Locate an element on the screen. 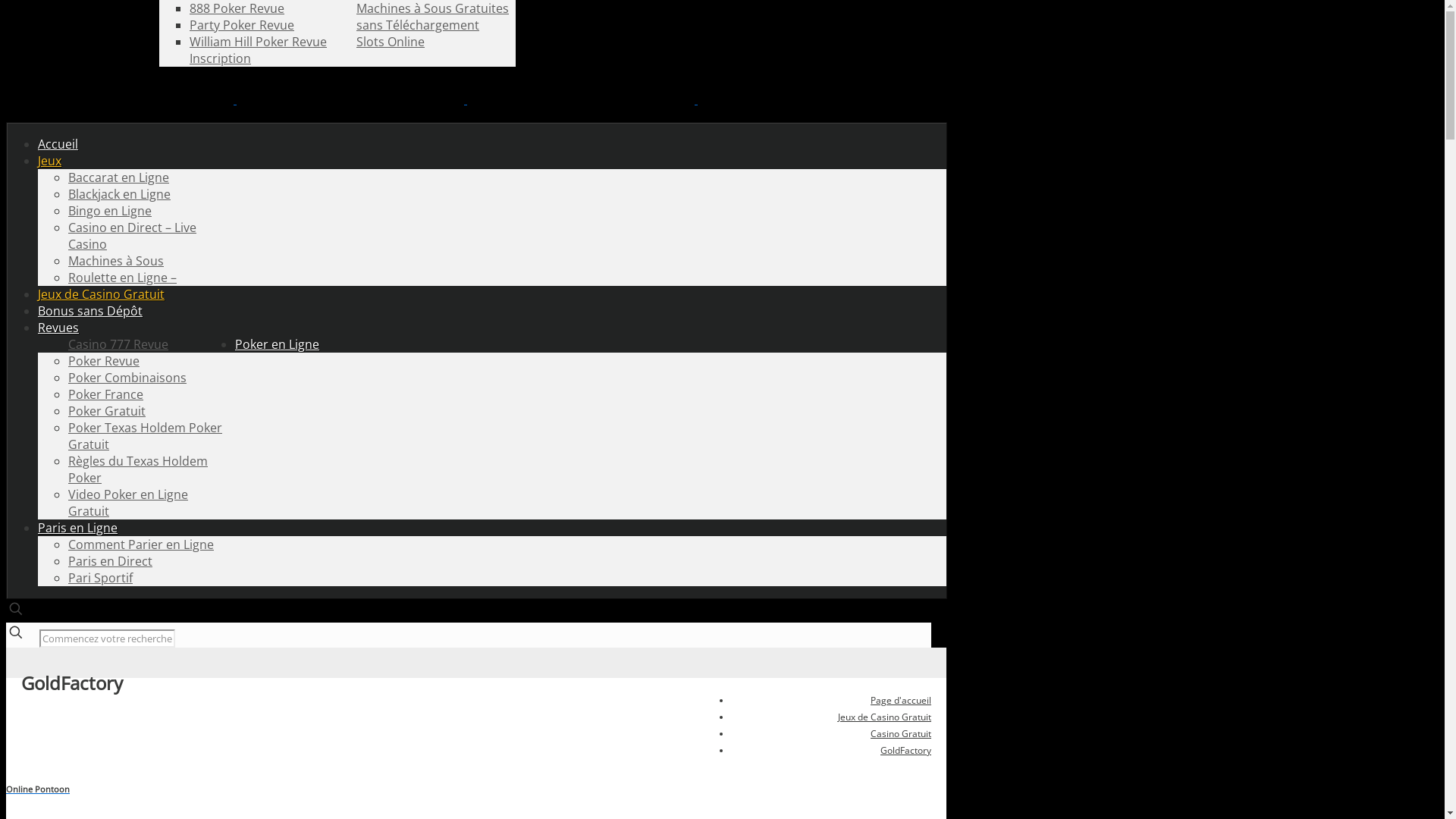  'Jeux de Casino Gratuit' is located at coordinates (100, 294).